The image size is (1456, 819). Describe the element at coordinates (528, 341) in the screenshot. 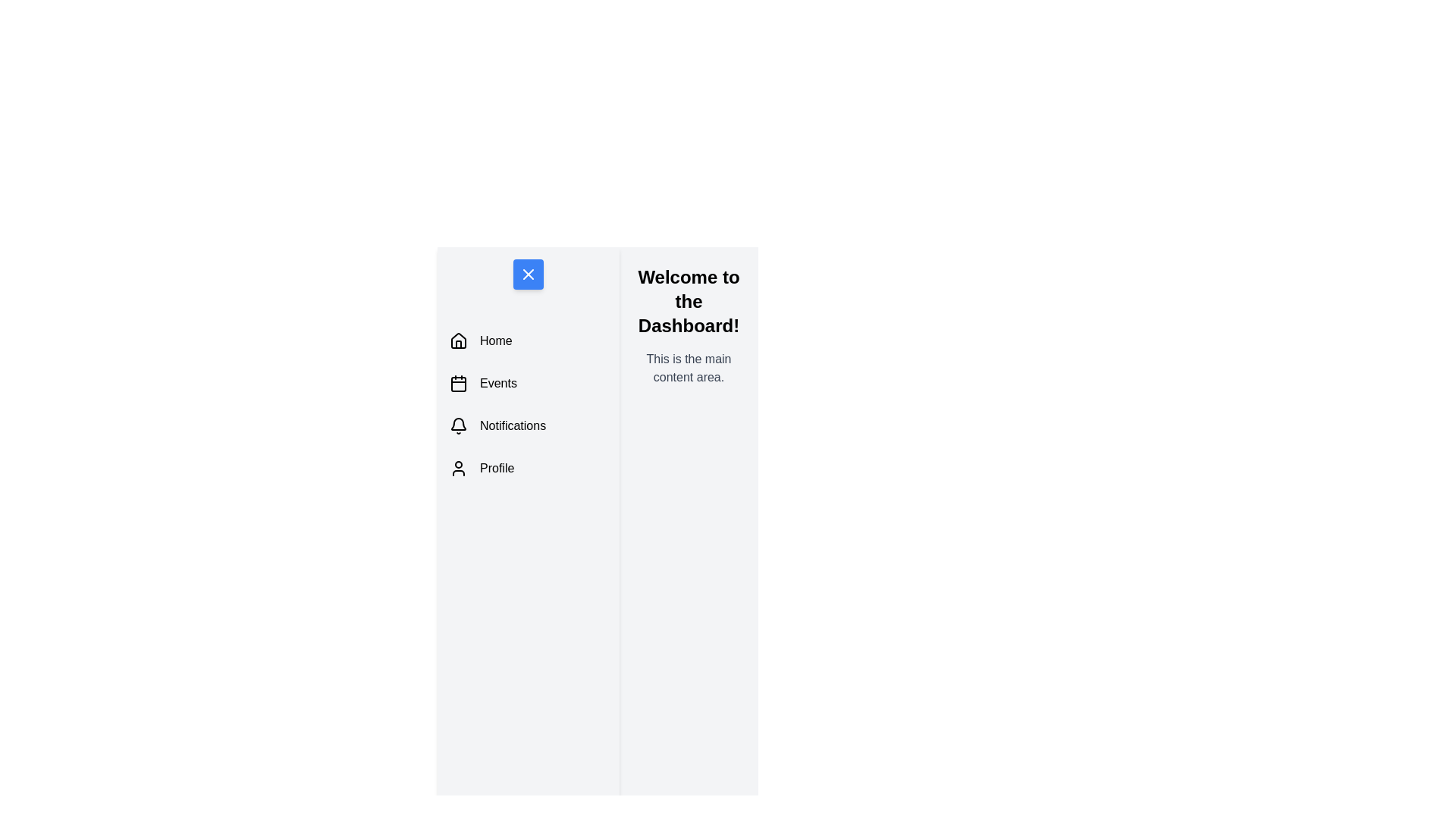

I see `the first navigation item in the vertical menu on the left sidebar` at that location.